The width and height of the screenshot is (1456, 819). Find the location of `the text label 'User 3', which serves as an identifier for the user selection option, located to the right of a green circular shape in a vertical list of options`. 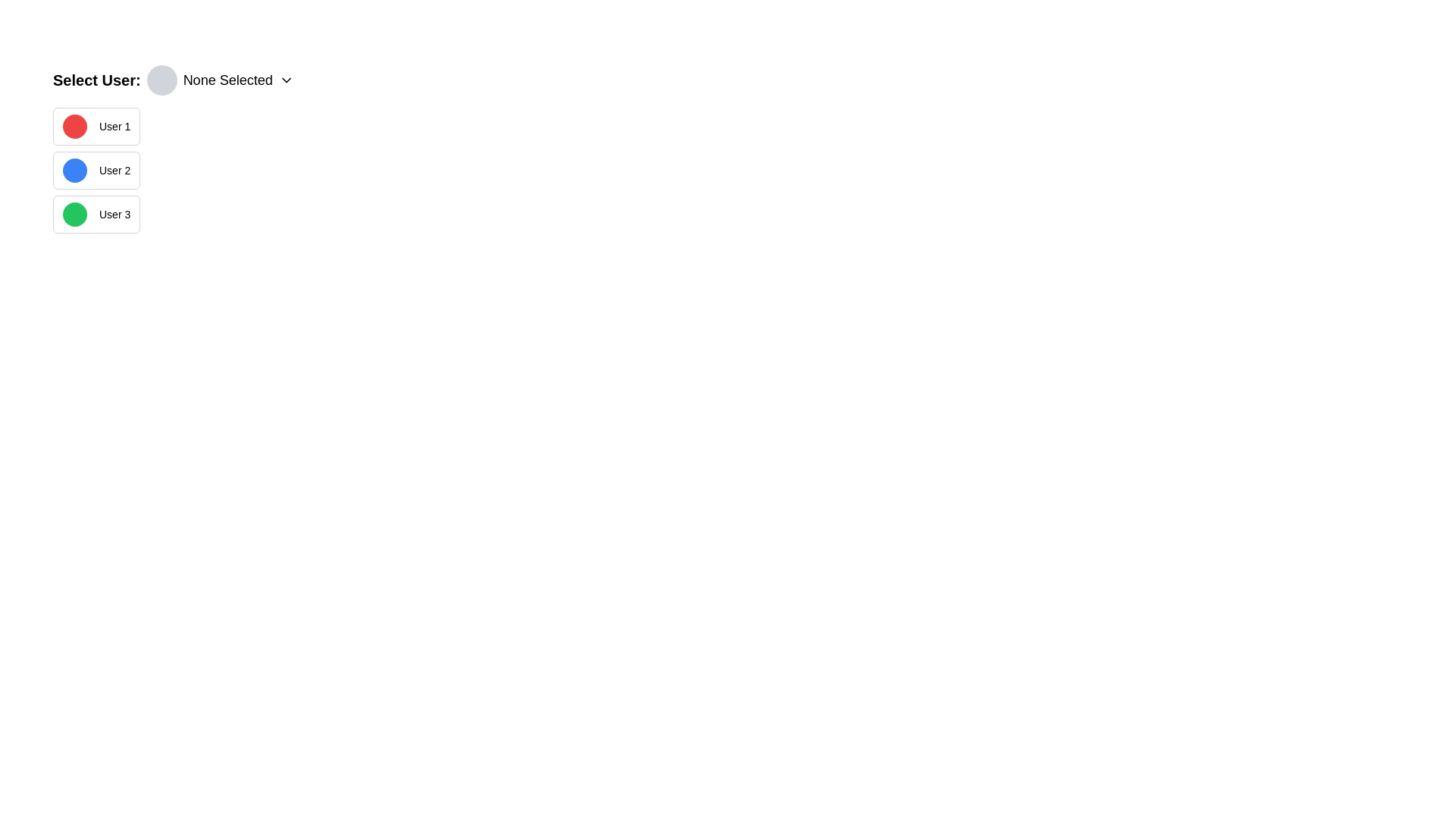

the text label 'User 3', which serves as an identifier for the user selection option, located to the right of a green circular shape in a vertical list of options is located at coordinates (114, 214).